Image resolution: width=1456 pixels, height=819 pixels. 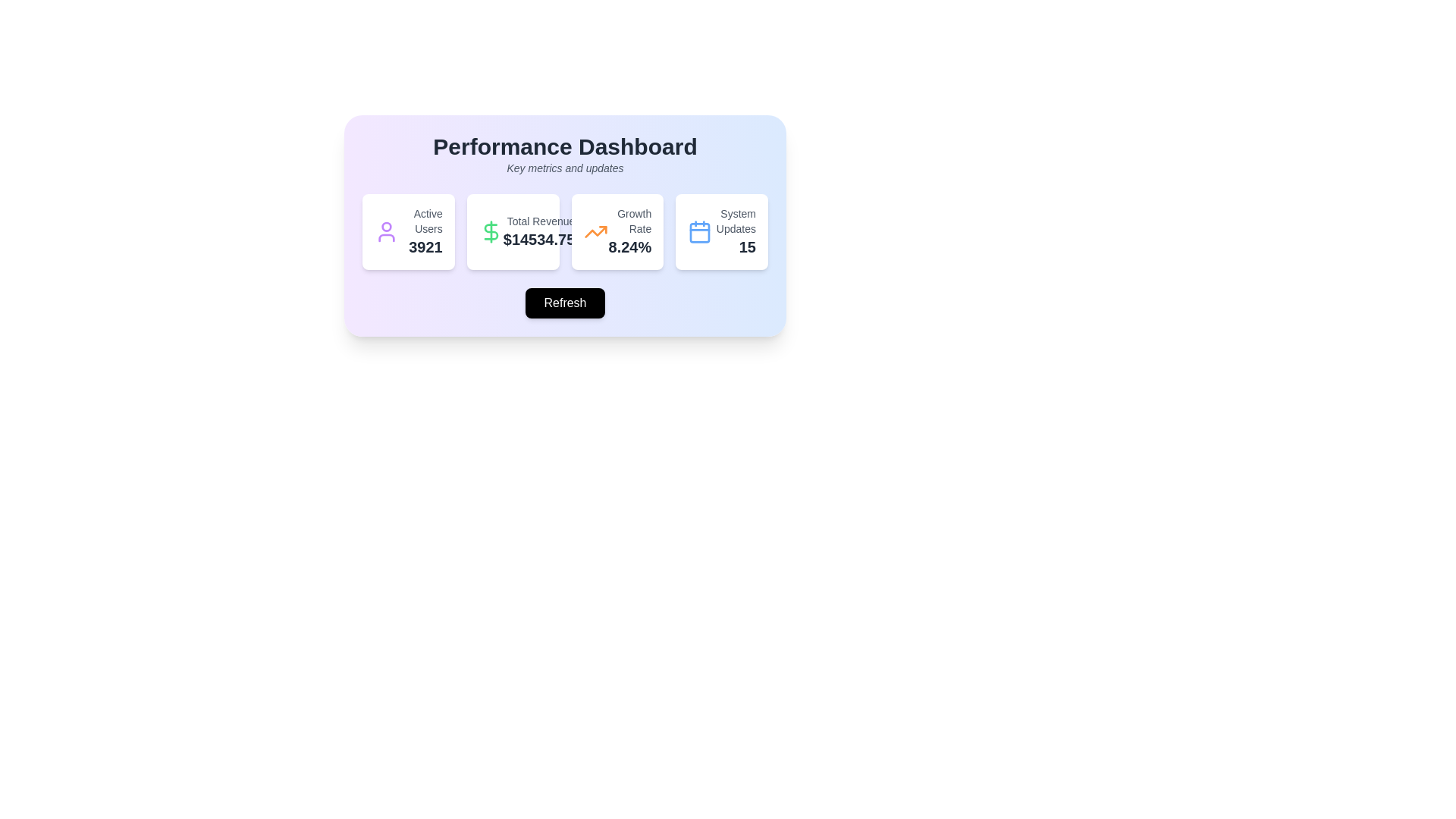 I want to click on the green dollar symbol icon located to the left of the 'Total Revenue $14534.75' text, so click(x=491, y=231).